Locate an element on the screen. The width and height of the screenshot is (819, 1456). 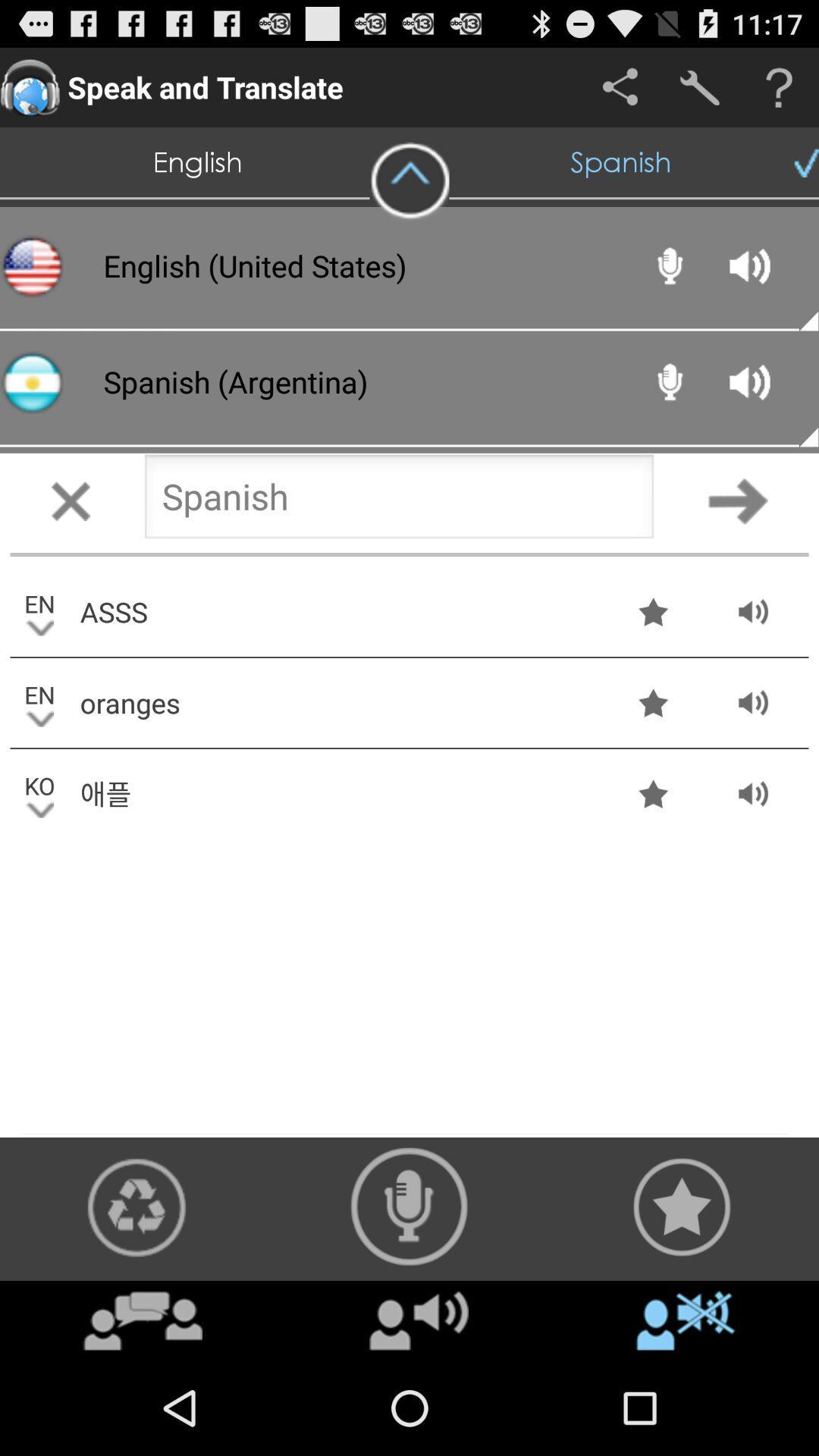
mic icon is located at coordinates (409, 1206).